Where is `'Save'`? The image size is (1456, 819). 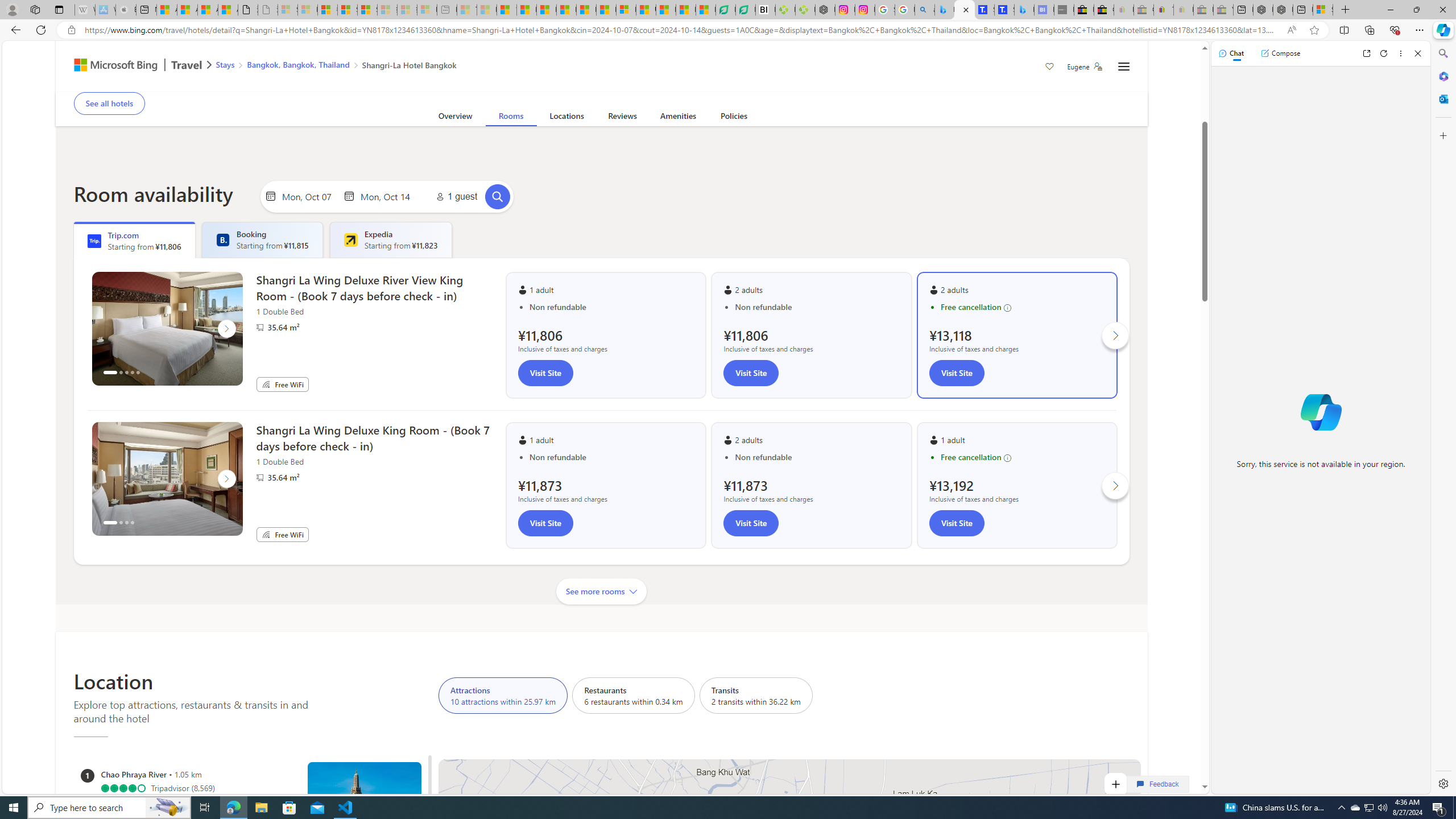
'Save' is located at coordinates (1049, 67).